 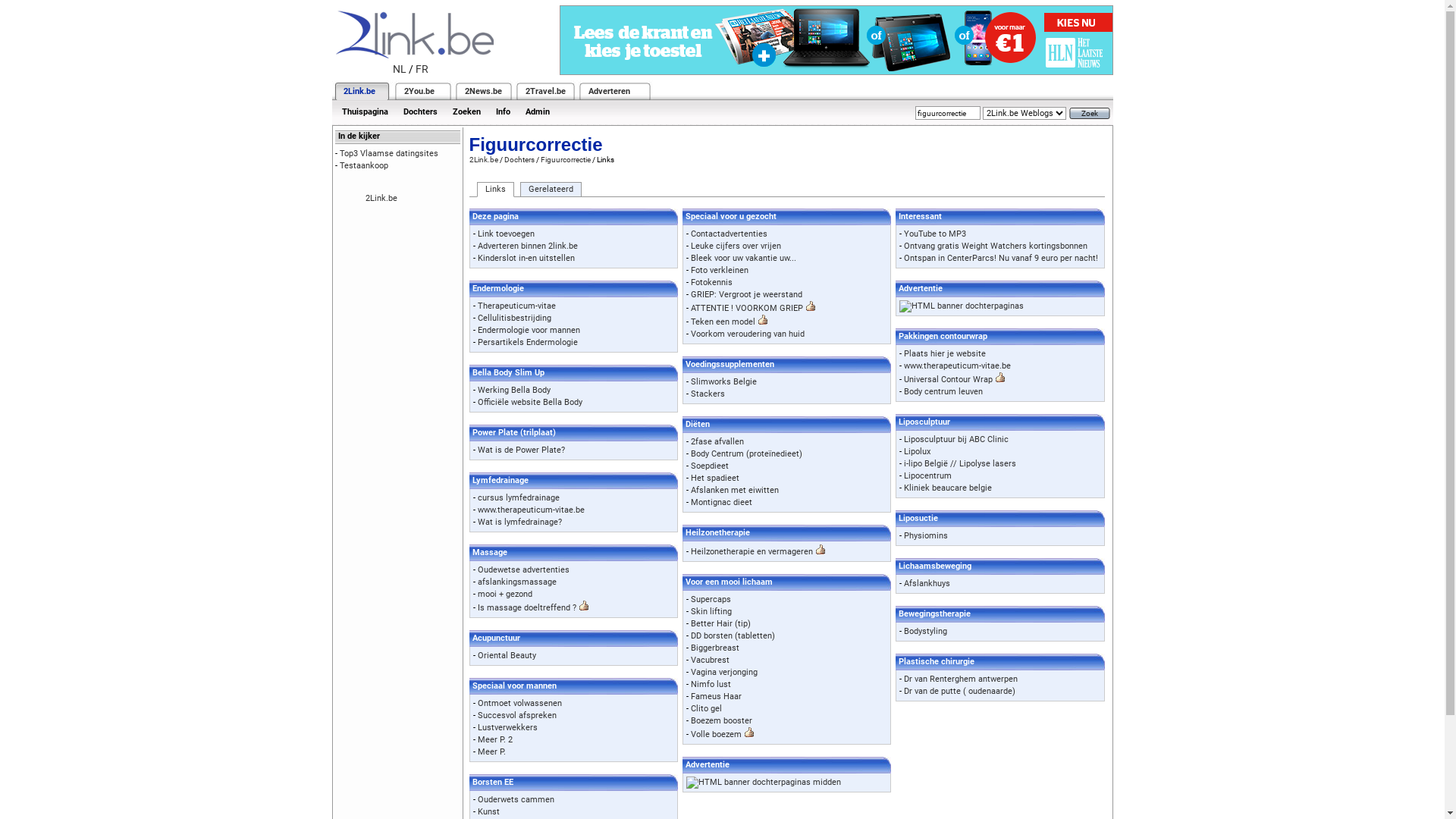 I want to click on 'Vacubrest', so click(x=709, y=659).